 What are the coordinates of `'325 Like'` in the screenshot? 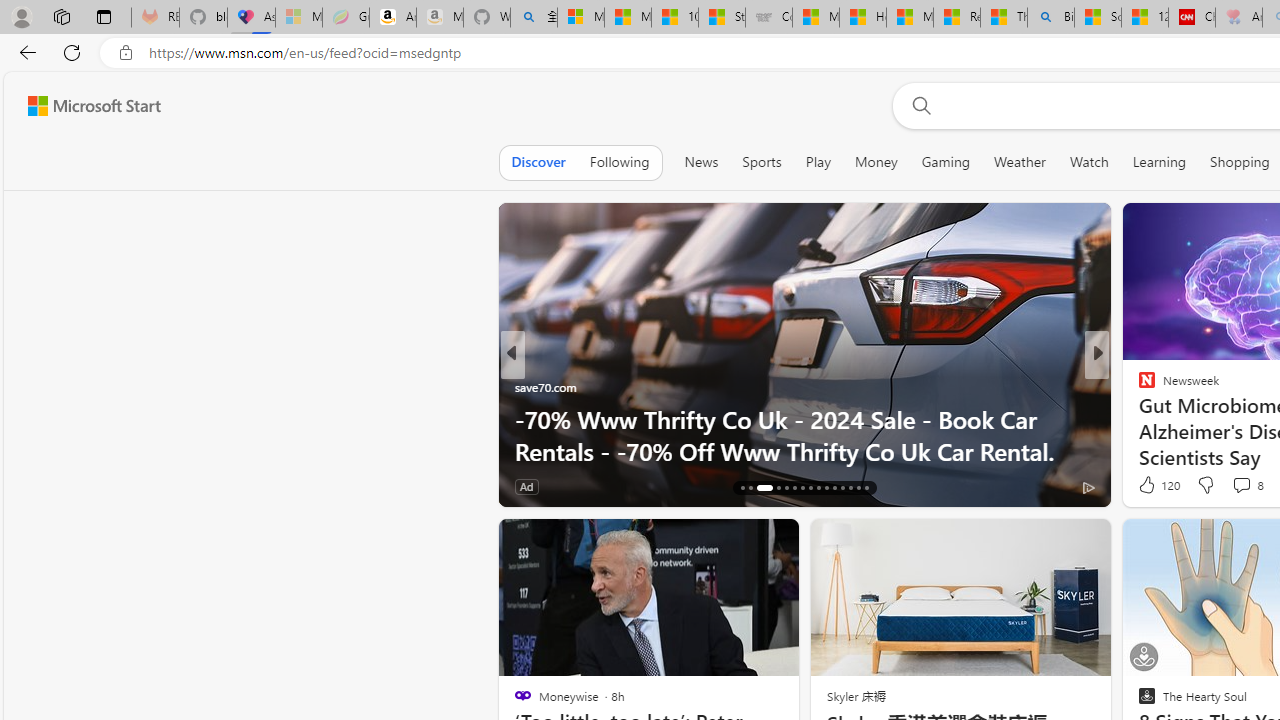 It's located at (1152, 486).